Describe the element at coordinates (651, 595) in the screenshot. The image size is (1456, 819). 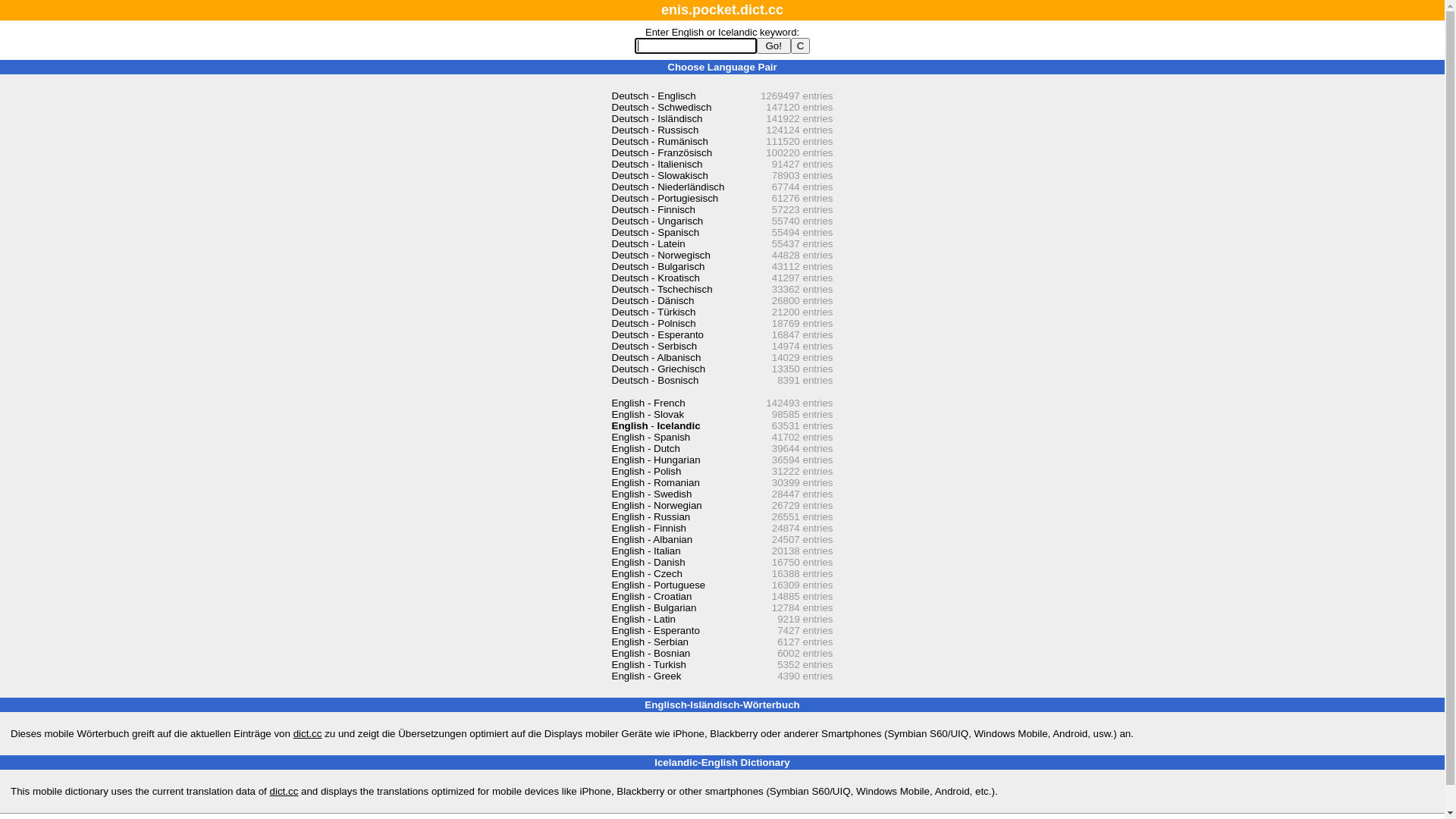
I see `'English - Croatian'` at that location.